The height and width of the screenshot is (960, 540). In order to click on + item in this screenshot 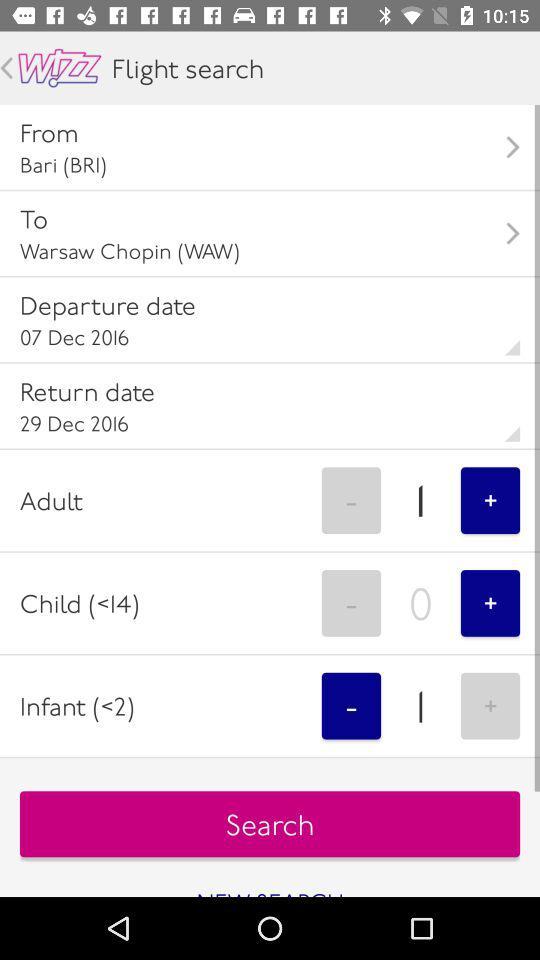, I will do `click(489, 602)`.